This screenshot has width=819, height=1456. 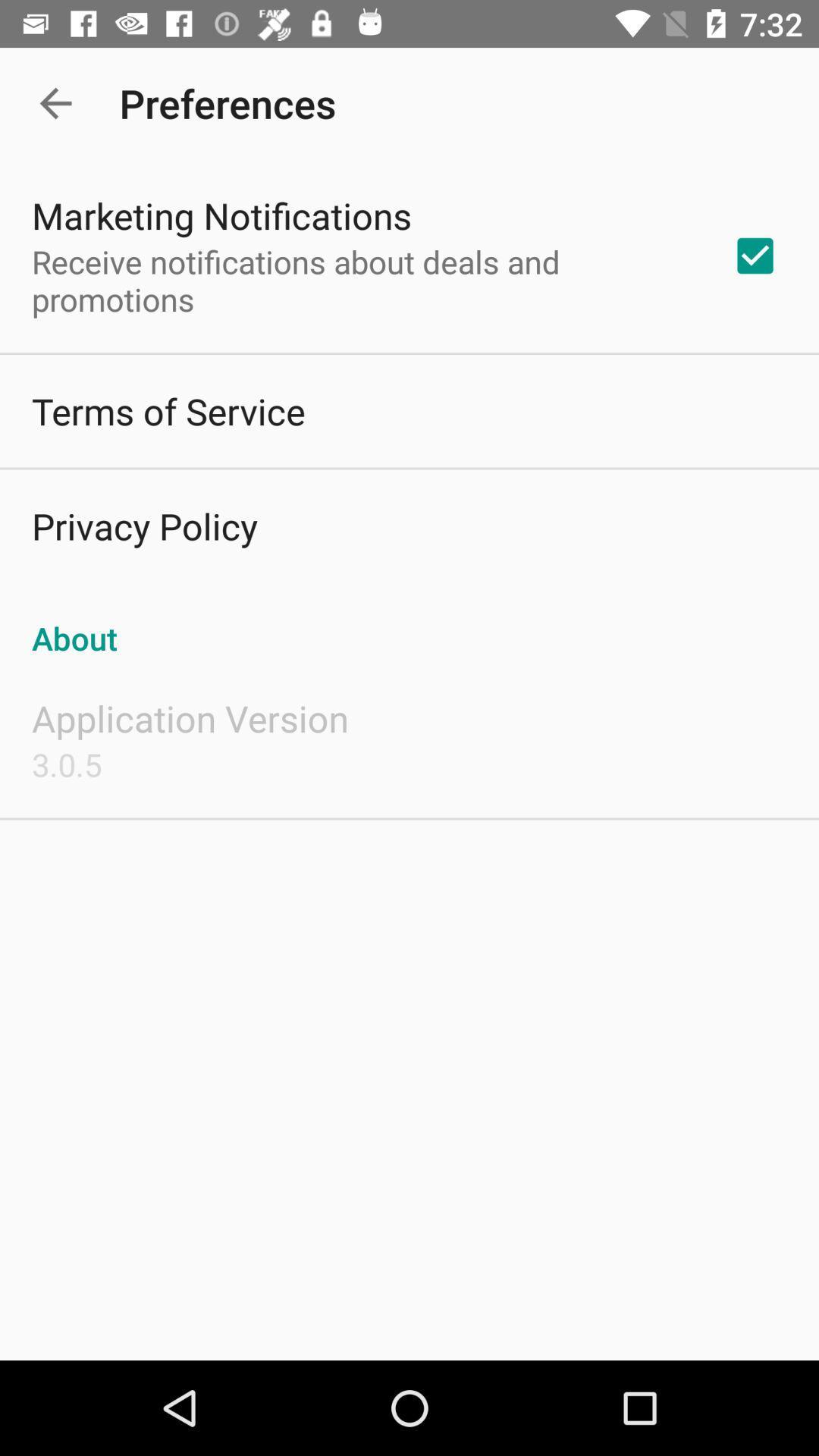 What do you see at coordinates (755, 256) in the screenshot?
I see `item next to receive notifications about app` at bounding box center [755, 256].